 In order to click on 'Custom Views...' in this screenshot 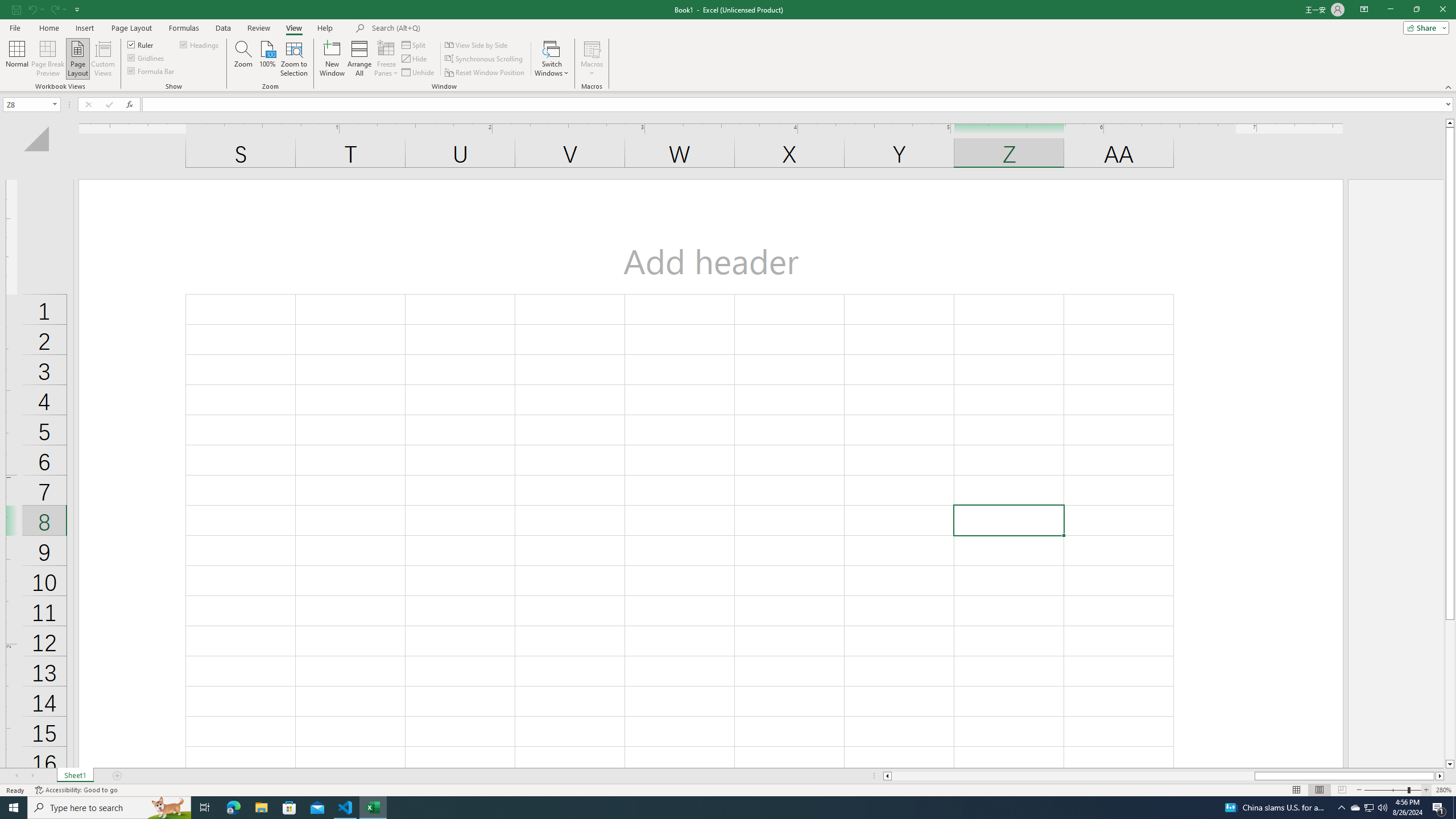, I will do `click(102, 59)`.